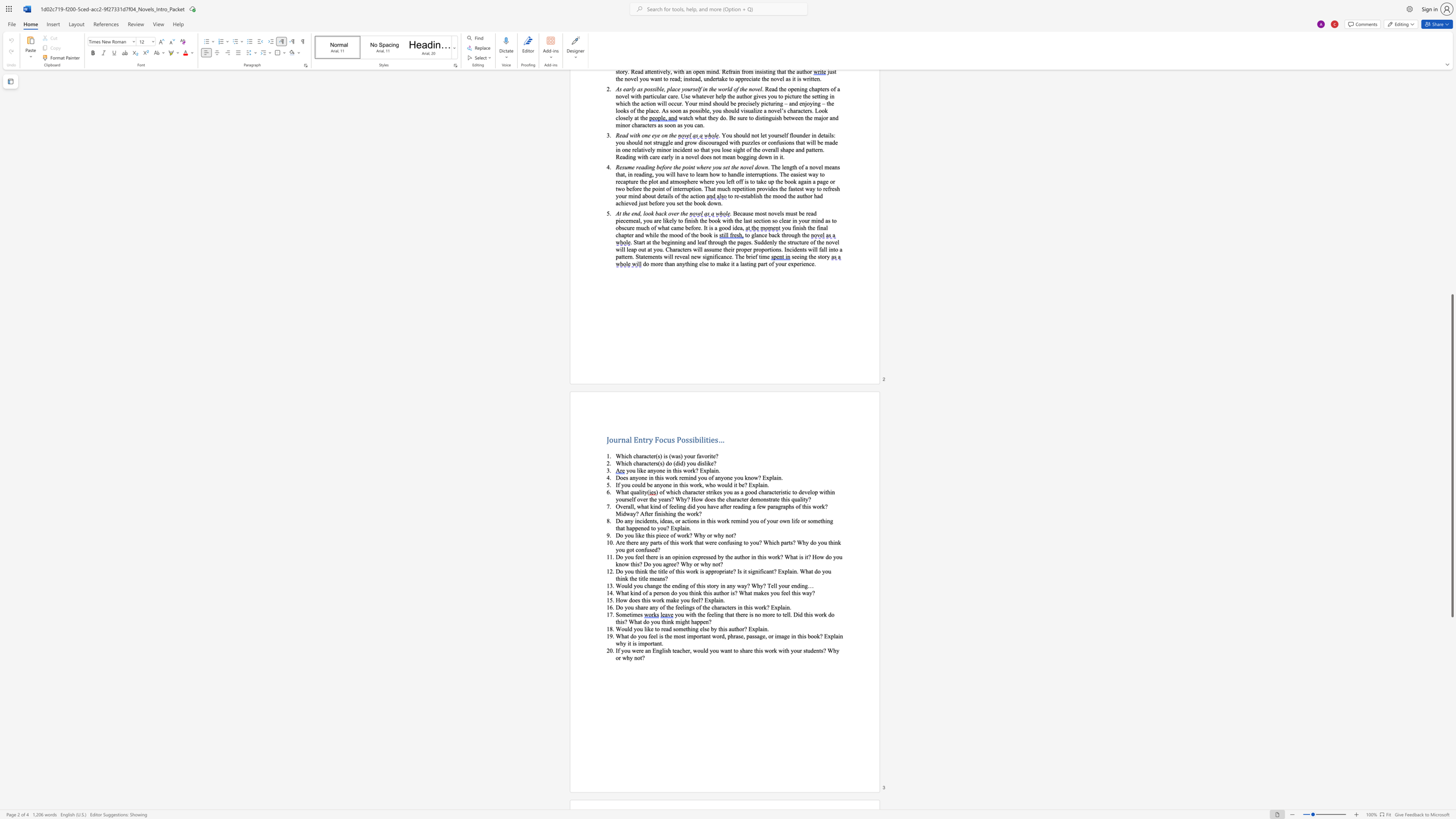 The width and height of the screenshot is (1456, 819). I want to click on the space between the continuous character "c" and "t" in the text, so click(648, 456).